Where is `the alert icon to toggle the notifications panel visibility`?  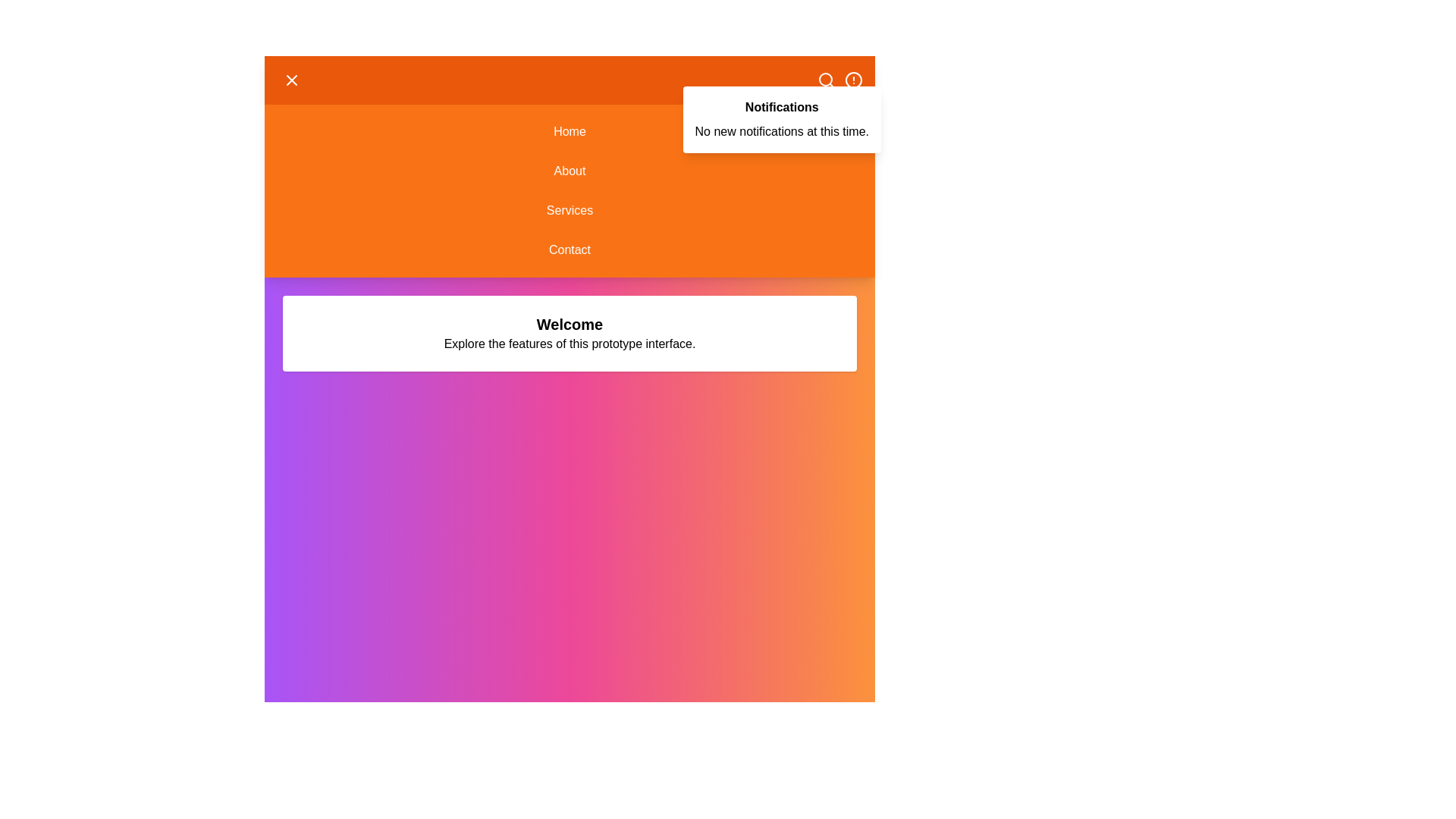
the alert icon to toggle the notifications panel visibility is located at coordinates (854, 80).